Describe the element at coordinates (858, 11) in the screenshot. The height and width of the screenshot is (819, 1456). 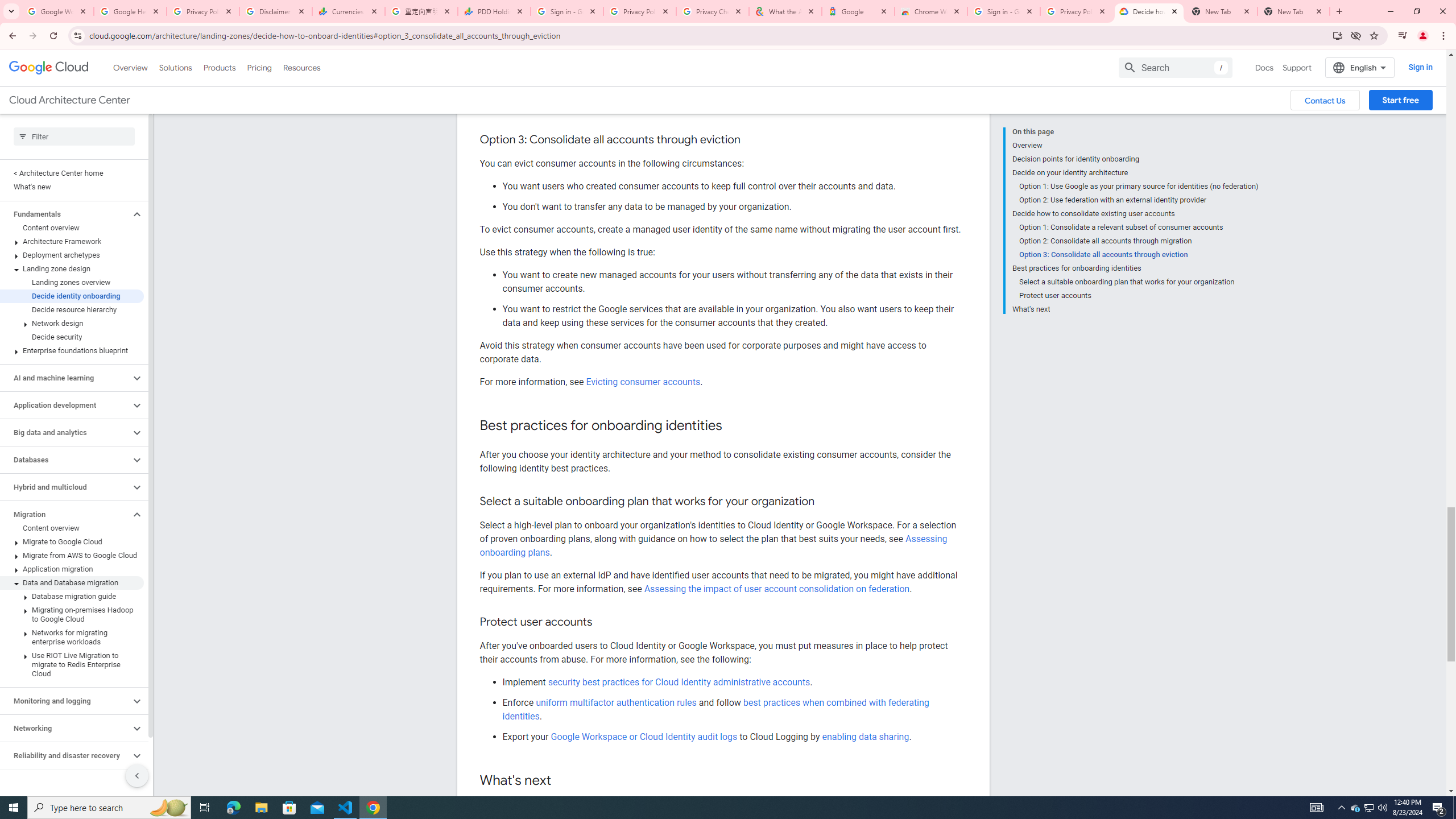
I see `'Google'` at that location.